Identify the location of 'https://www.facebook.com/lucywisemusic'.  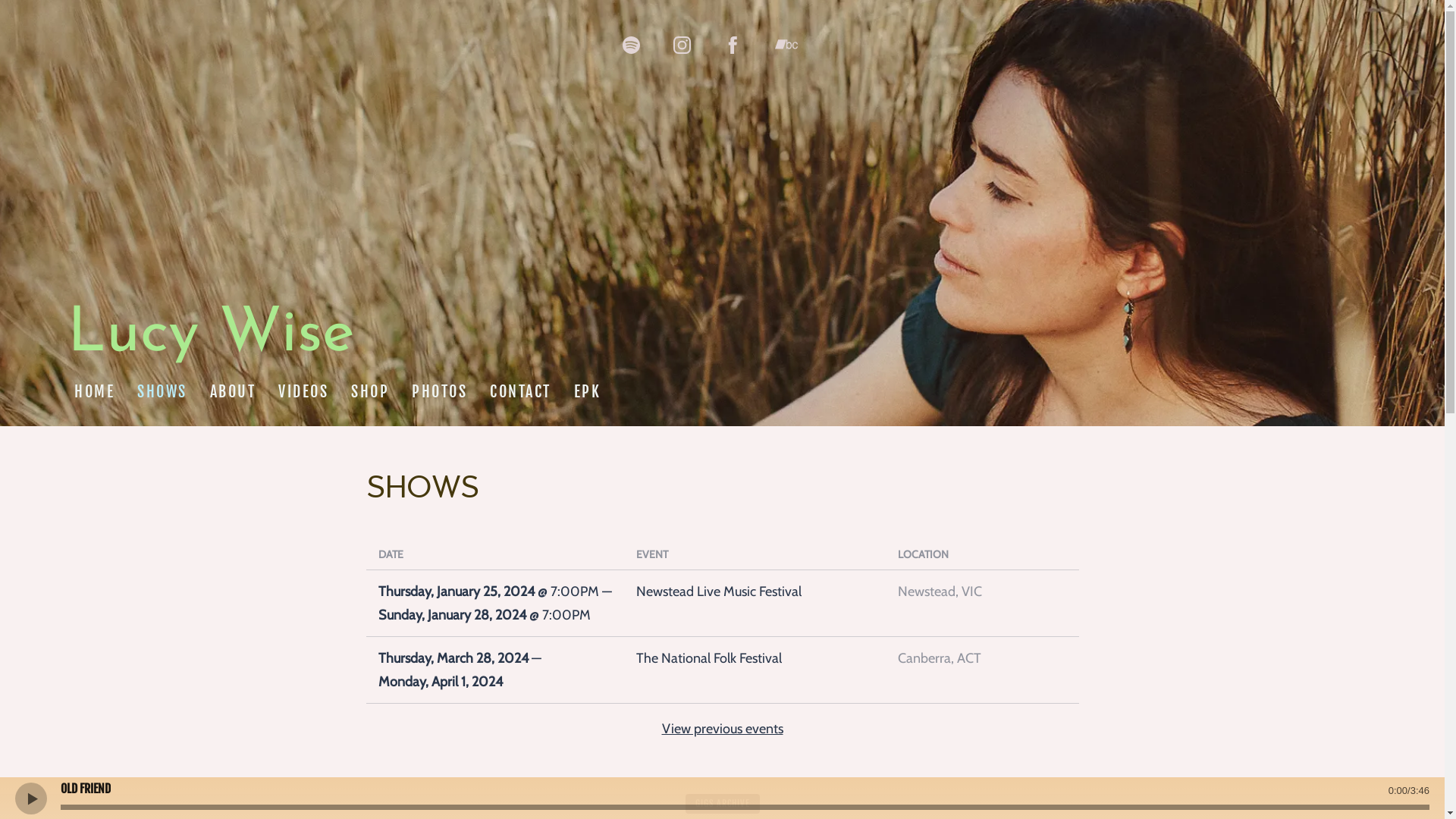
(733, 44).